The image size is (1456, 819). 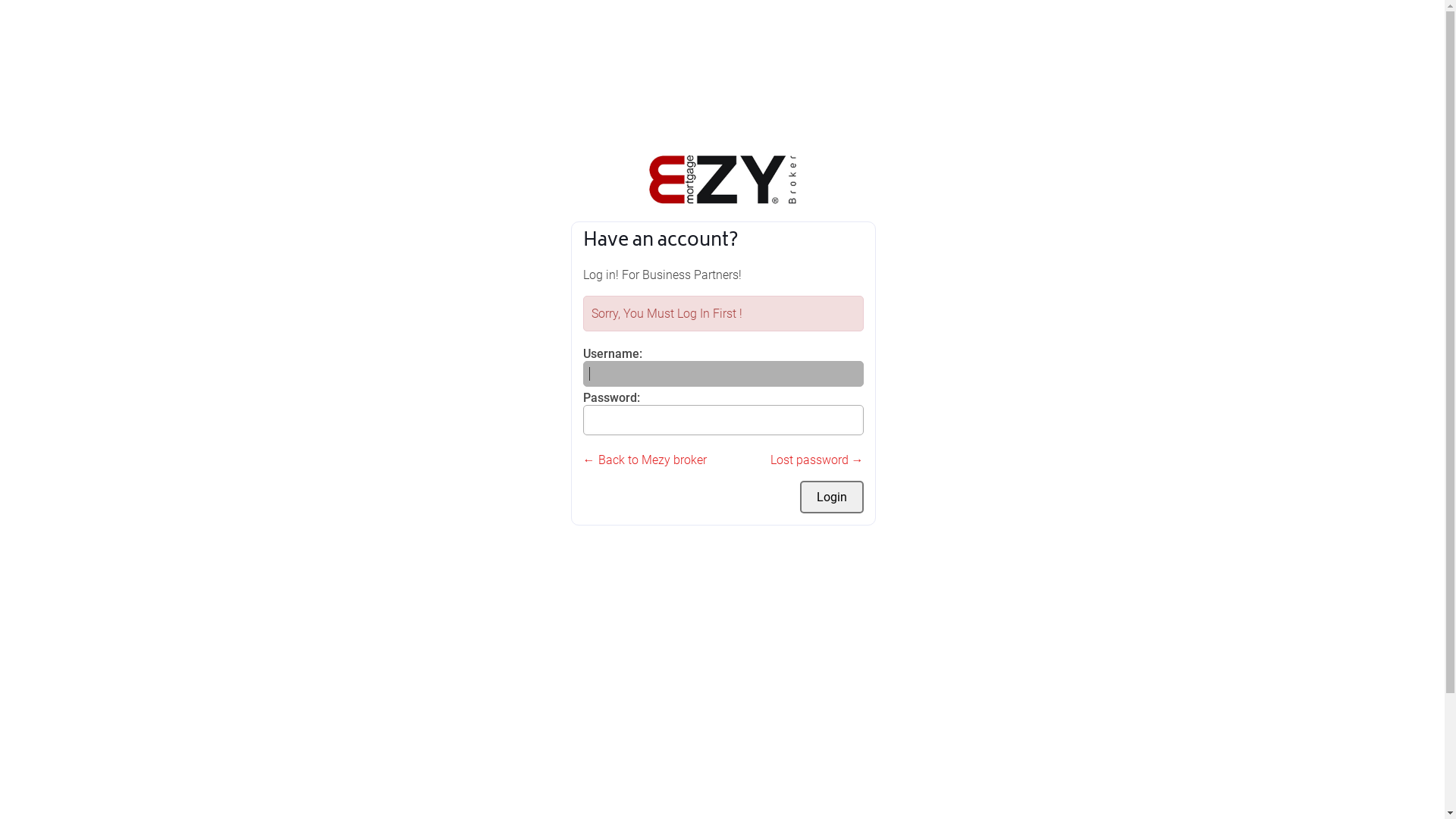 I want to click on 'Login', so click(x=830, y=497).